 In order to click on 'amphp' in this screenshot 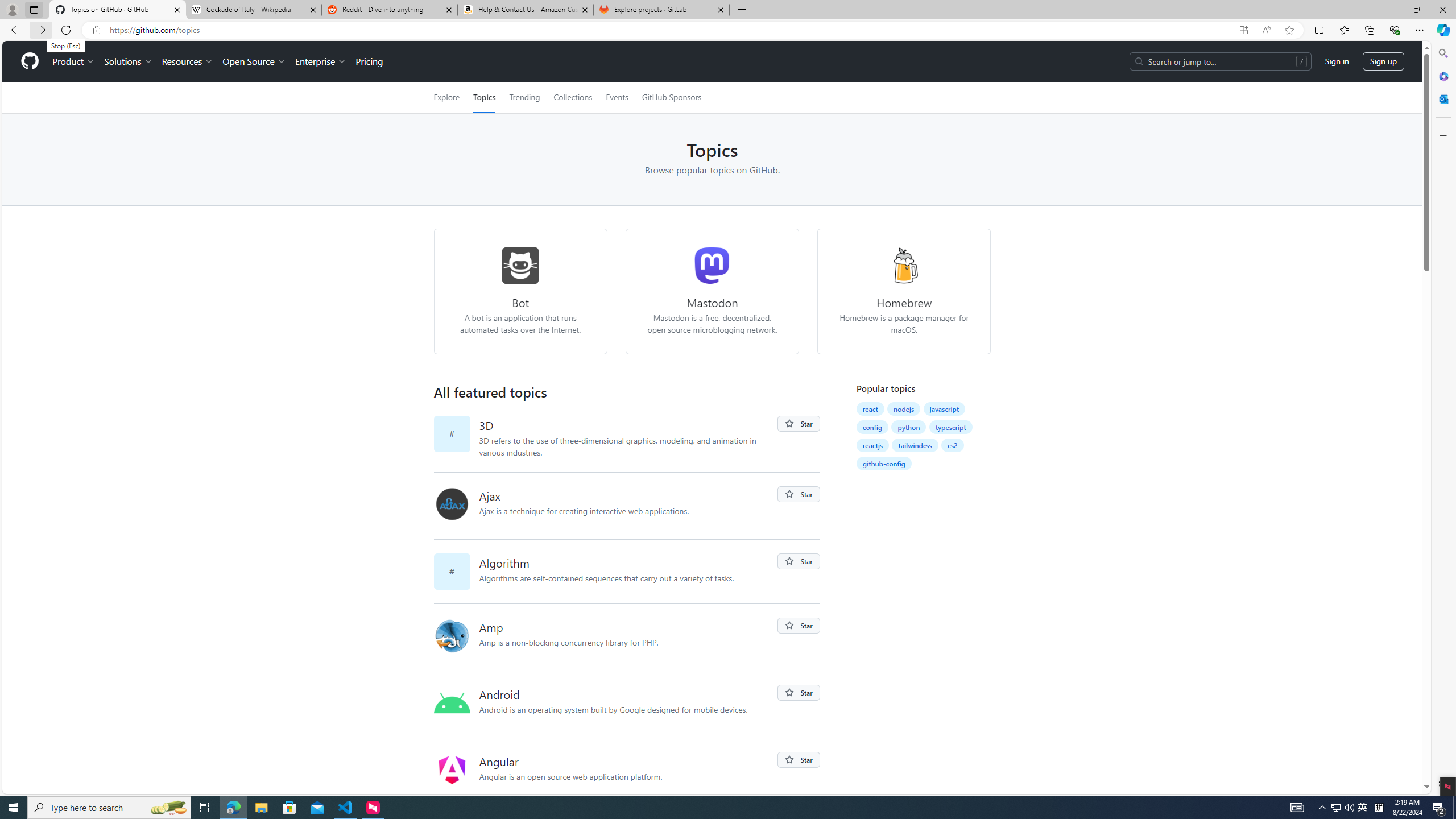, I will do `click(456, 636)`.